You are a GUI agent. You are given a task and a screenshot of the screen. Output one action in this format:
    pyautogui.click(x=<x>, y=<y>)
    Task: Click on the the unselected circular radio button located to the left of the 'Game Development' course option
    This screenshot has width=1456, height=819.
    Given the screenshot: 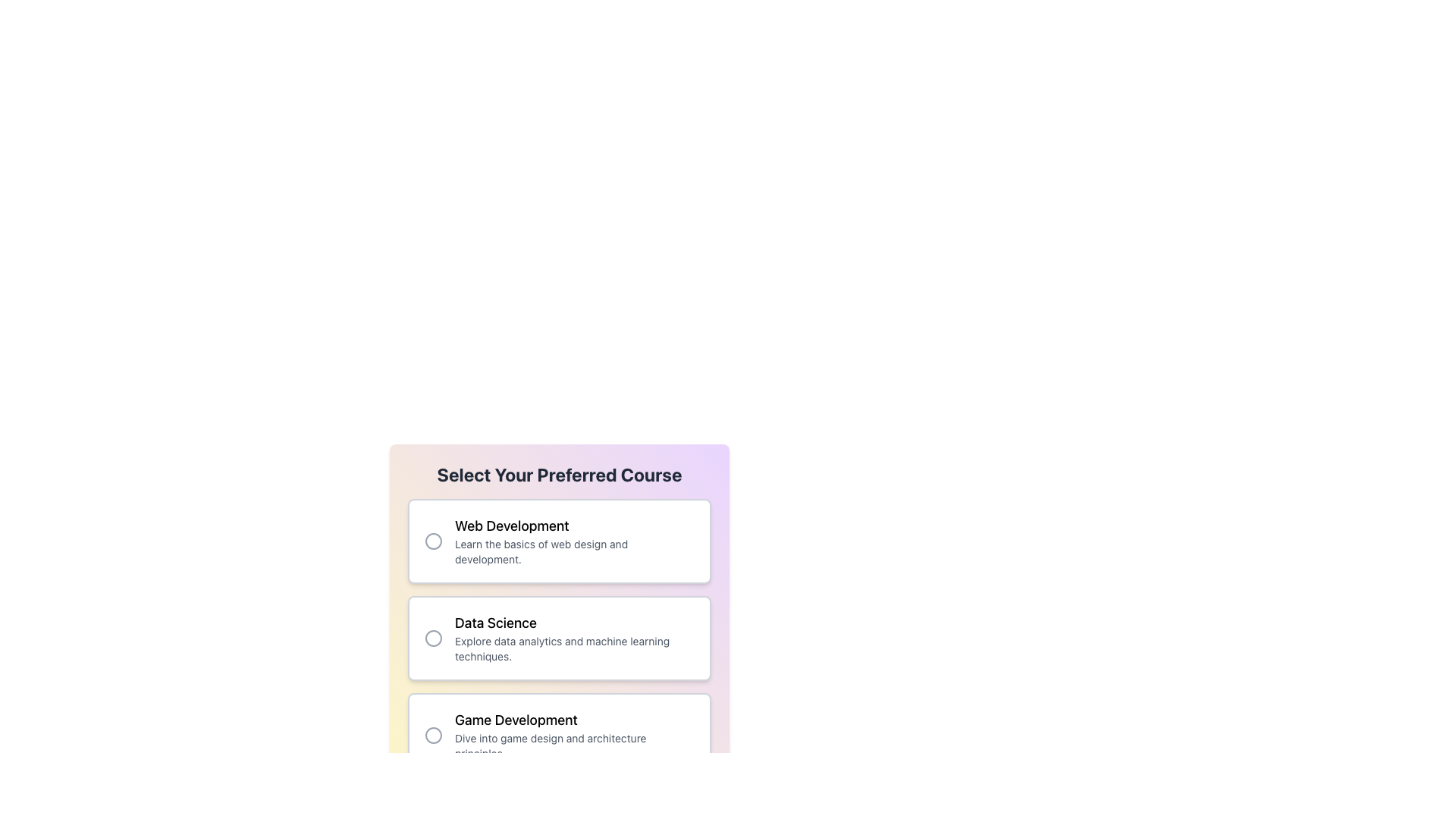 What is the action you would take?
    pyautogui.click(x=432, y=734)
    